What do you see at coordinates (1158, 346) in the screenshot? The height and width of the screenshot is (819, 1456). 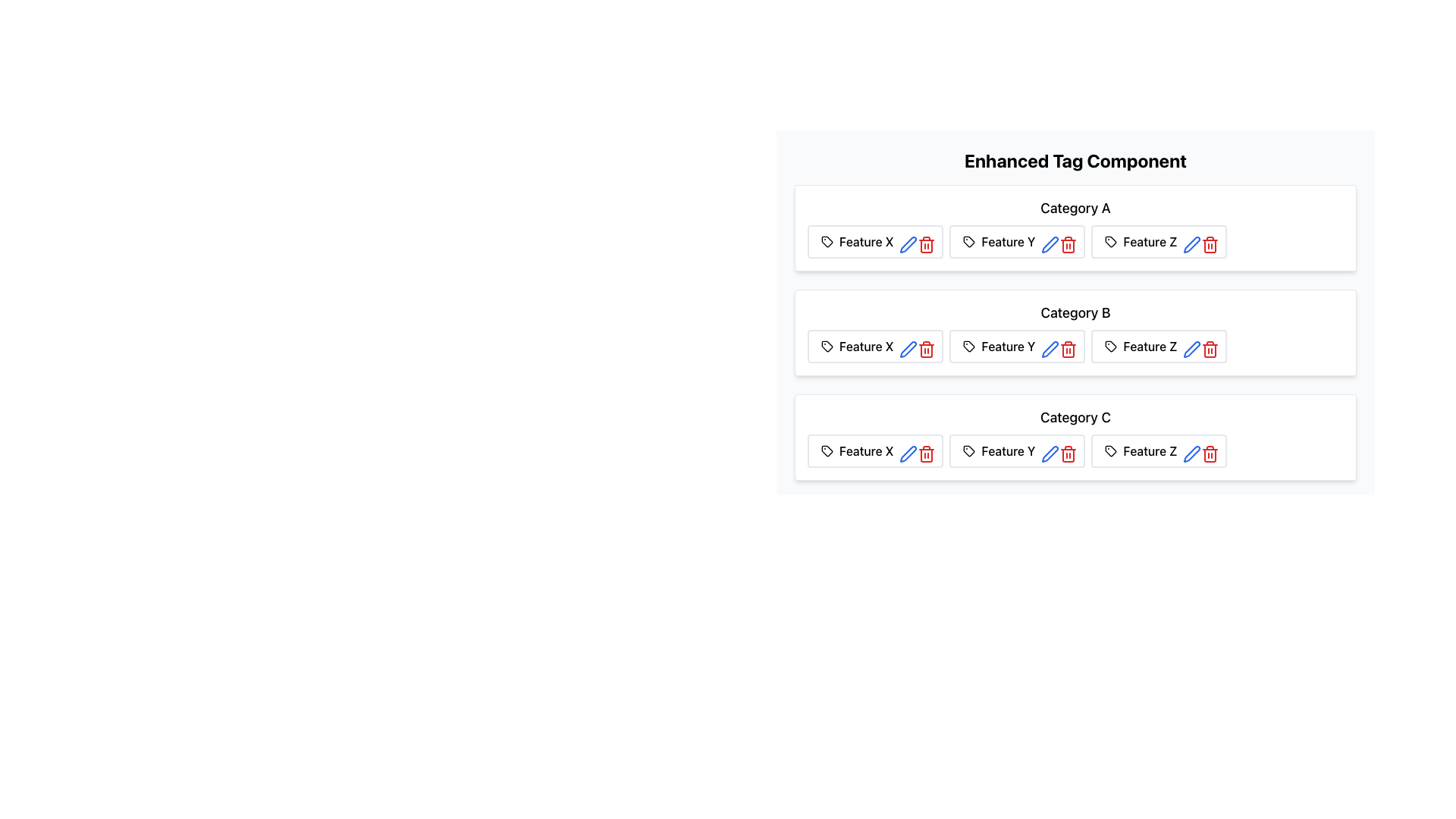 I see `the button-like card element with a cyan background and interactive icons, labeled 'Feature Z', located` at bounding box center [1158, 346].